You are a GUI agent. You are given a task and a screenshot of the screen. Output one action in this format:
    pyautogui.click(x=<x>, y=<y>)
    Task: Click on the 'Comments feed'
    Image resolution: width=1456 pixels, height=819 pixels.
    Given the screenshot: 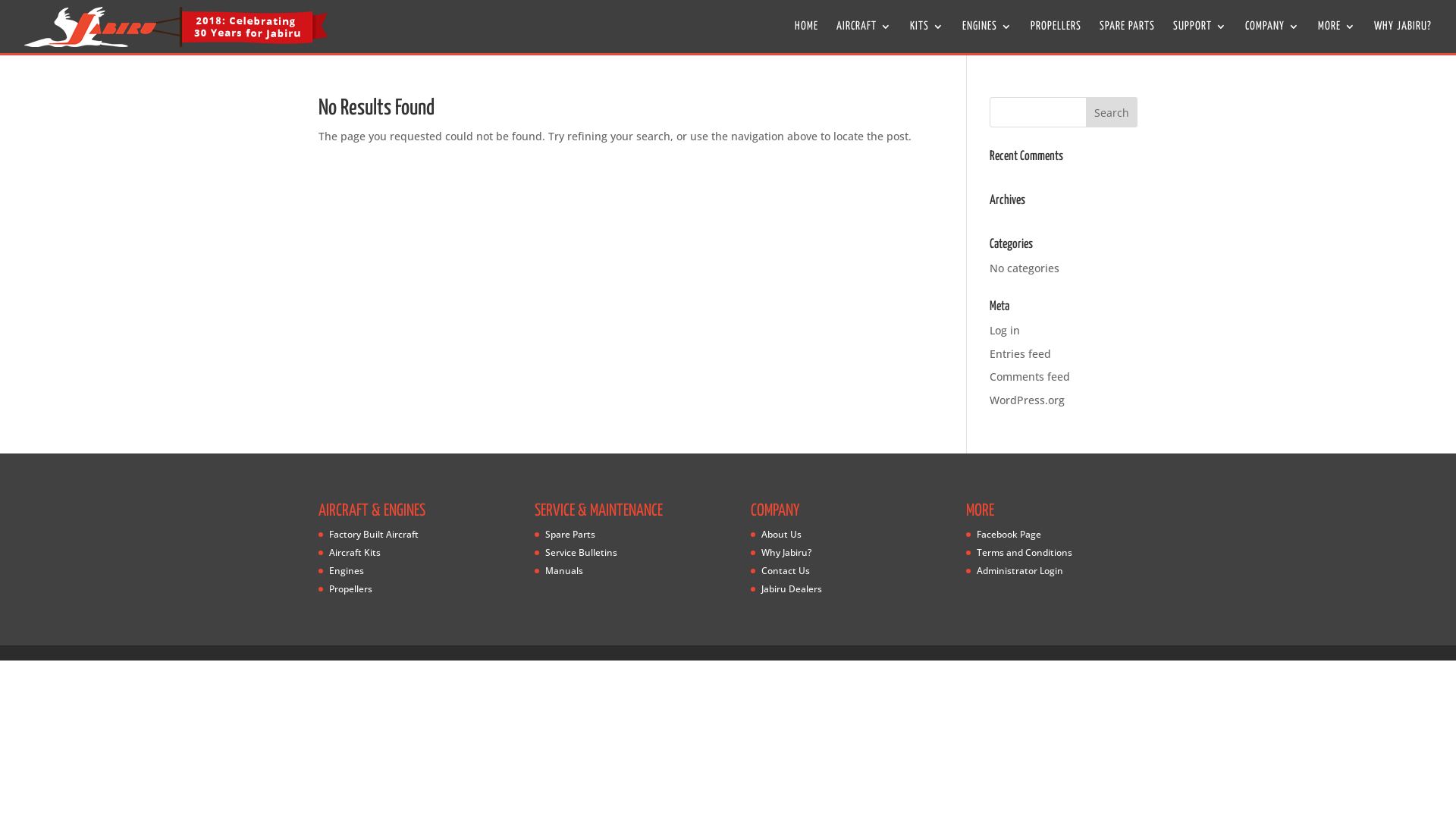 What is the action you would take?
    pyautogui.click(x=1030, y=375)
    